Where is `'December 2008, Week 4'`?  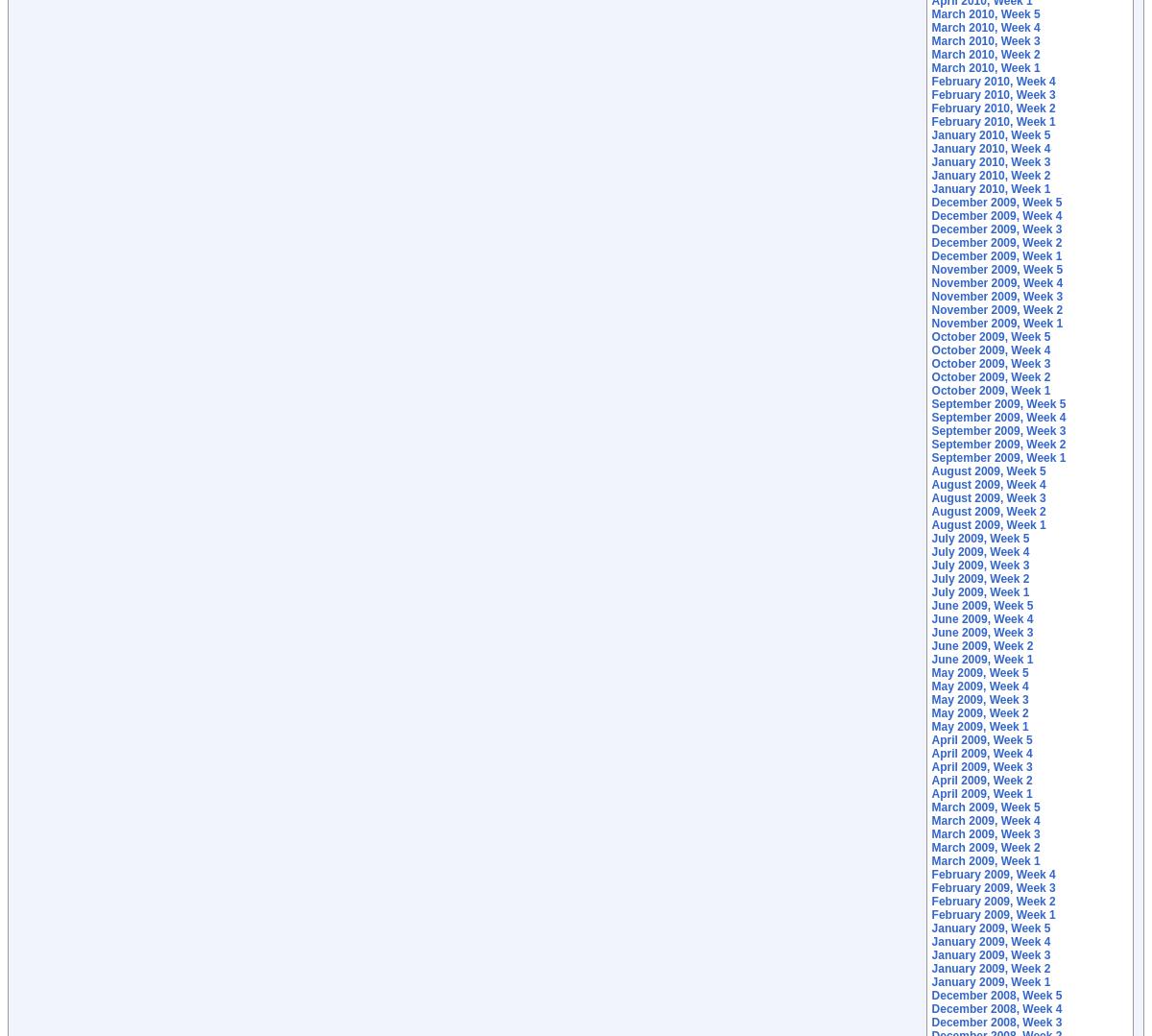
'December 2008, Week 4' is located at coordinates (996, 1008).